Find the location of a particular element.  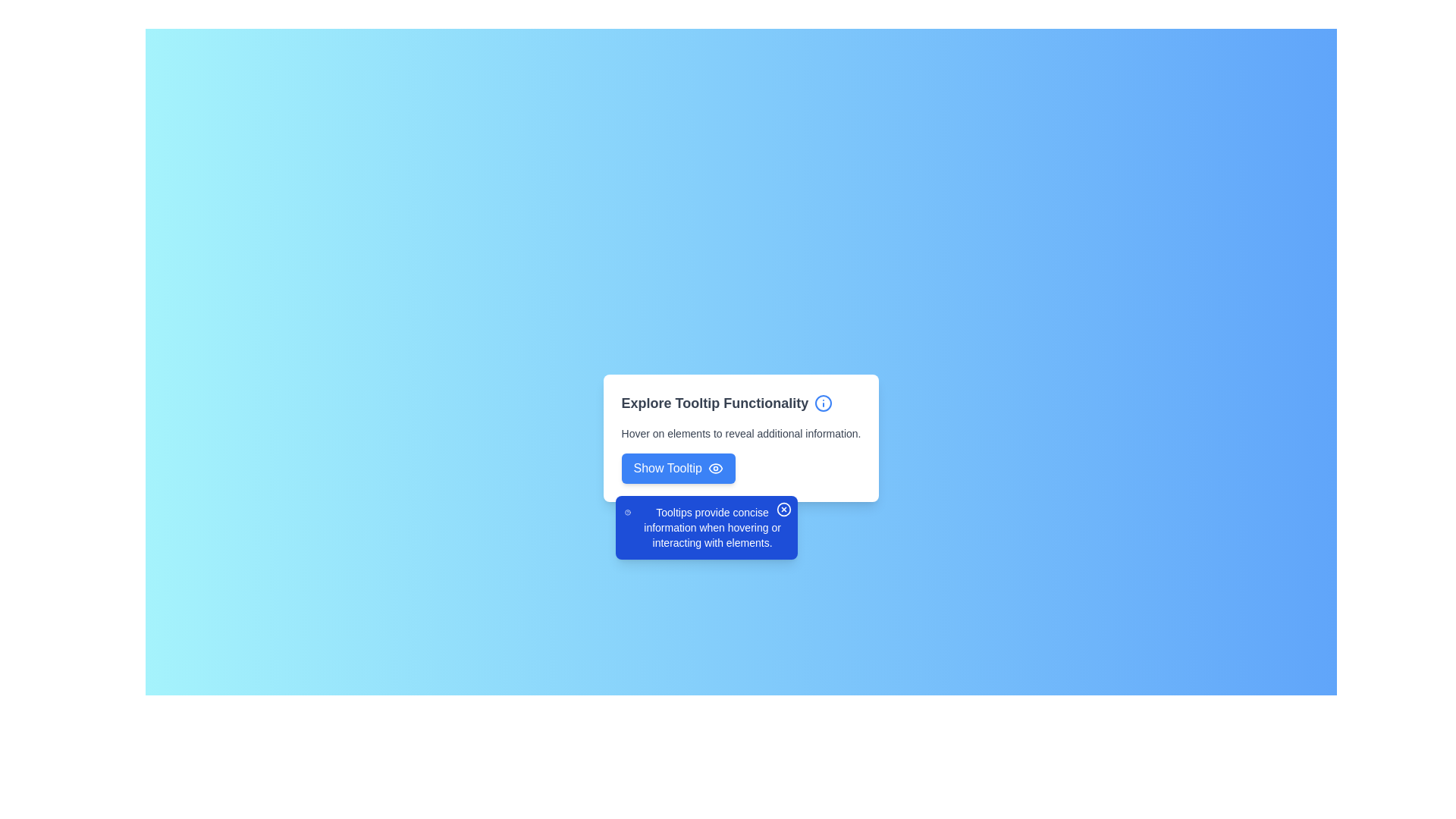

the Static Informational Text that contains the message 'Hover on elements is located at coordinates (741, 439).